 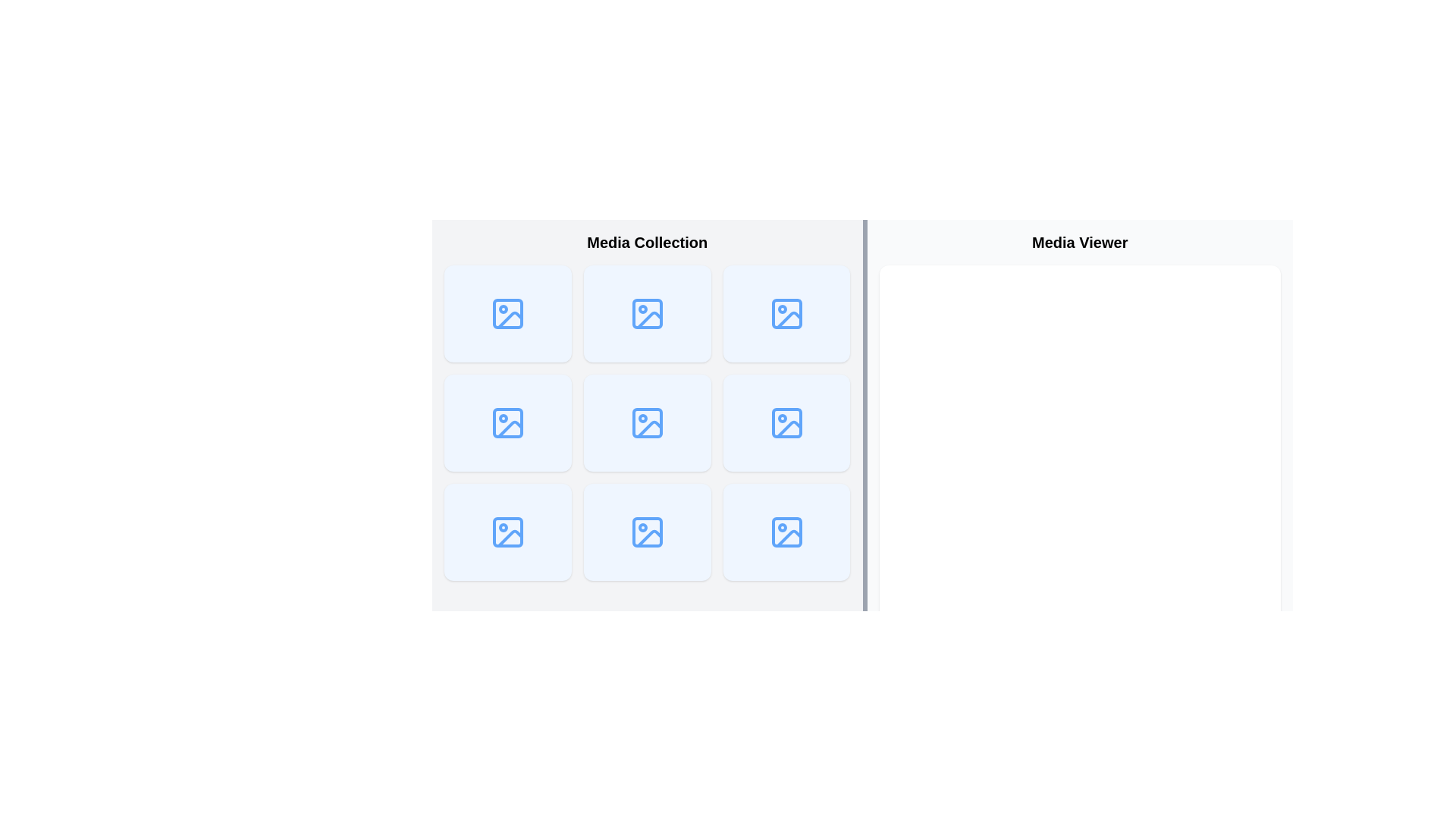 What do you see at coordinates (786, 312) in the screenshot?
I see `the ninth card in the 3x3 grid layout under the 'Media Collection' heading, which serves as a placeholder for image or media content` at bounding box center [786, 312].